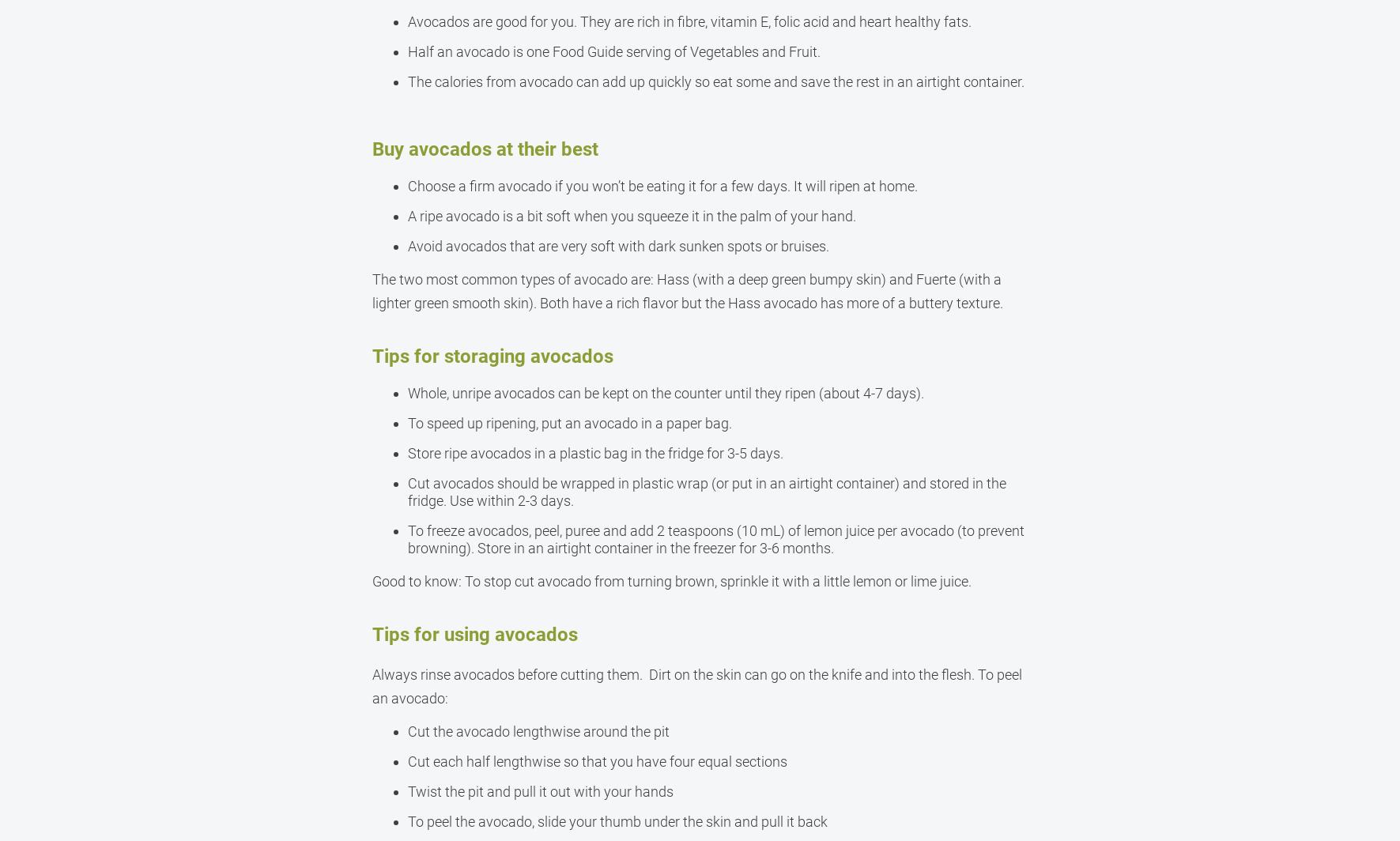  Describe the element at coordinates (372, 635) in the screenshot. I see `'Tips for using avocados'` at that location.